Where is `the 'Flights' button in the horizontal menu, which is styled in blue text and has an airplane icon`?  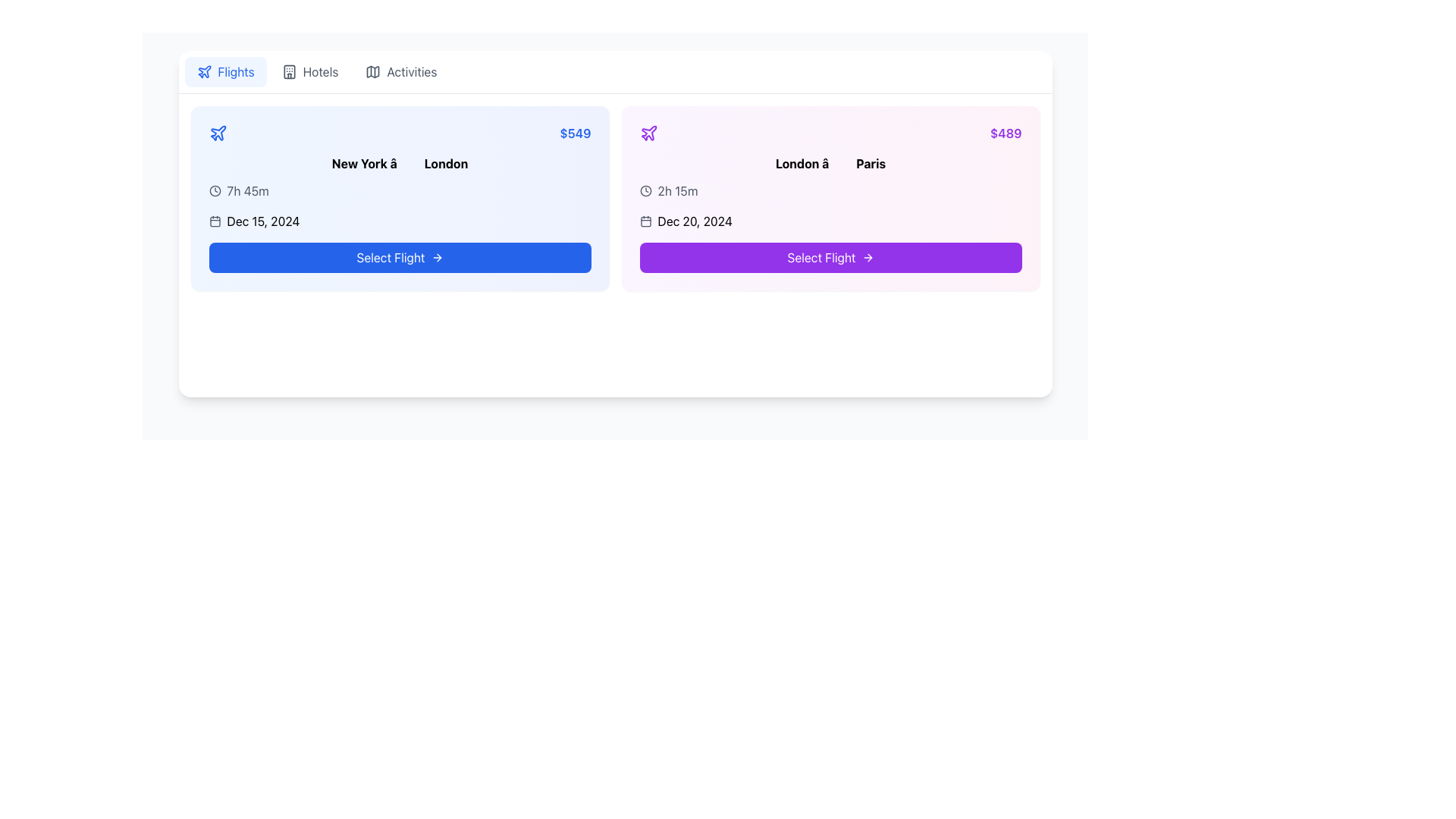 the 'Flights' button in the horizontal menu, which is styled in blue text and has an airplane icon is located at coordinates (224, 72).